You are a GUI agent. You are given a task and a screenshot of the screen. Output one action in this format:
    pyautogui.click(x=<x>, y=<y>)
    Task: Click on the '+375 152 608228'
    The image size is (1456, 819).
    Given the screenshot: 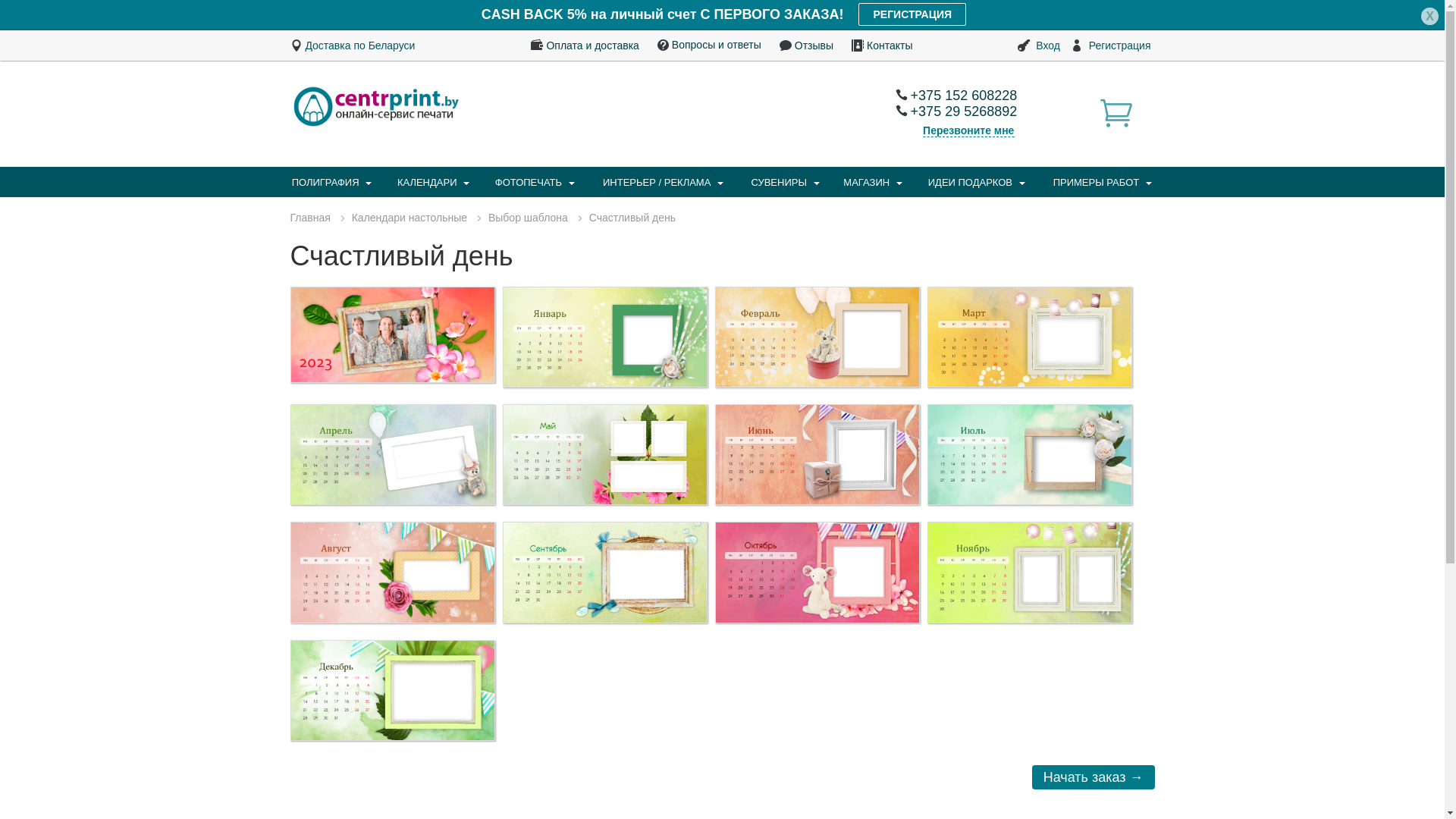 What is the action you would take?
    pyautogui.click(x=955, y=96)
    